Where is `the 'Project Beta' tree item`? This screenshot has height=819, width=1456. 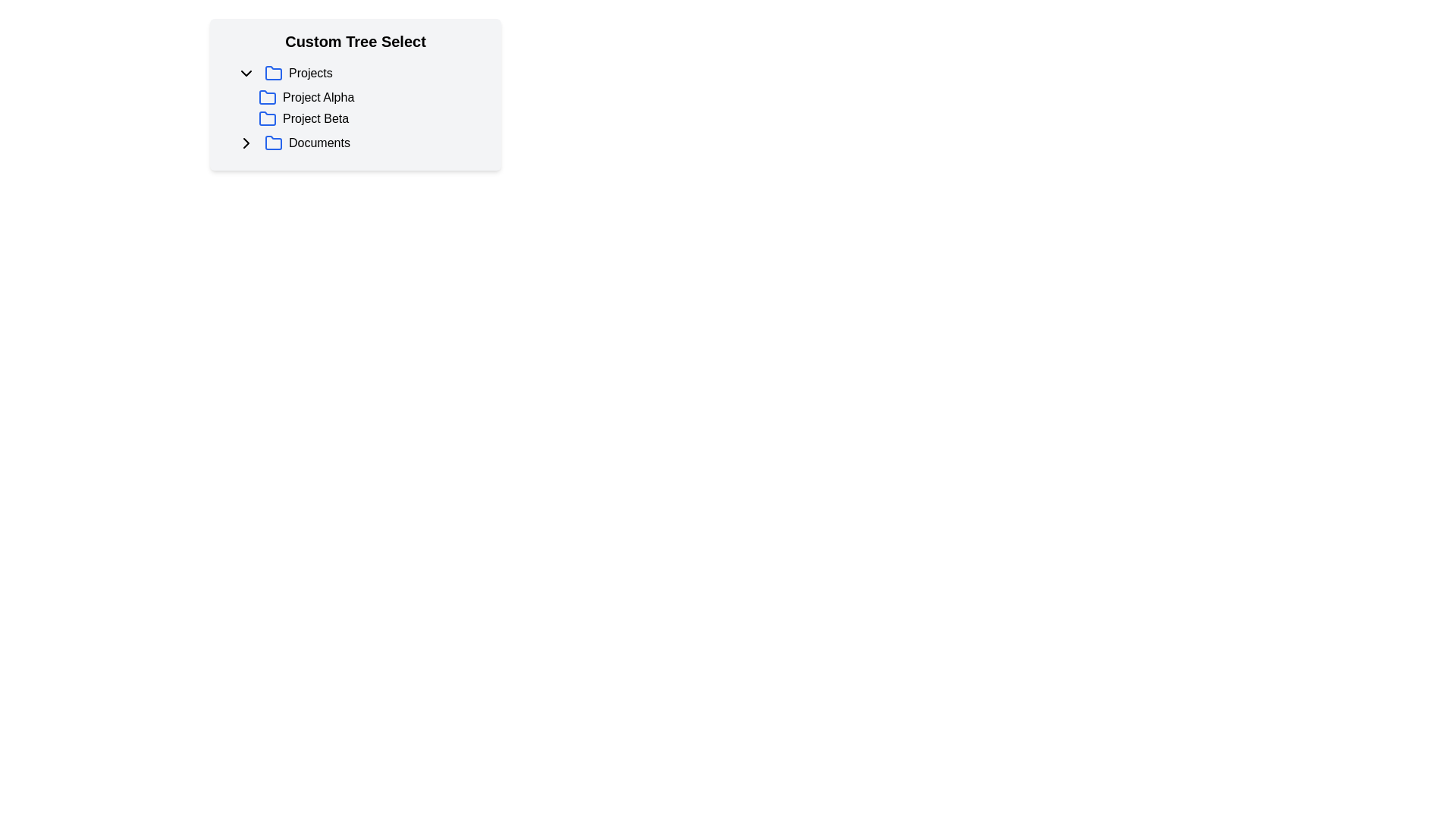
the 'Project Beta' tree item is located at coordinates (374, 107).